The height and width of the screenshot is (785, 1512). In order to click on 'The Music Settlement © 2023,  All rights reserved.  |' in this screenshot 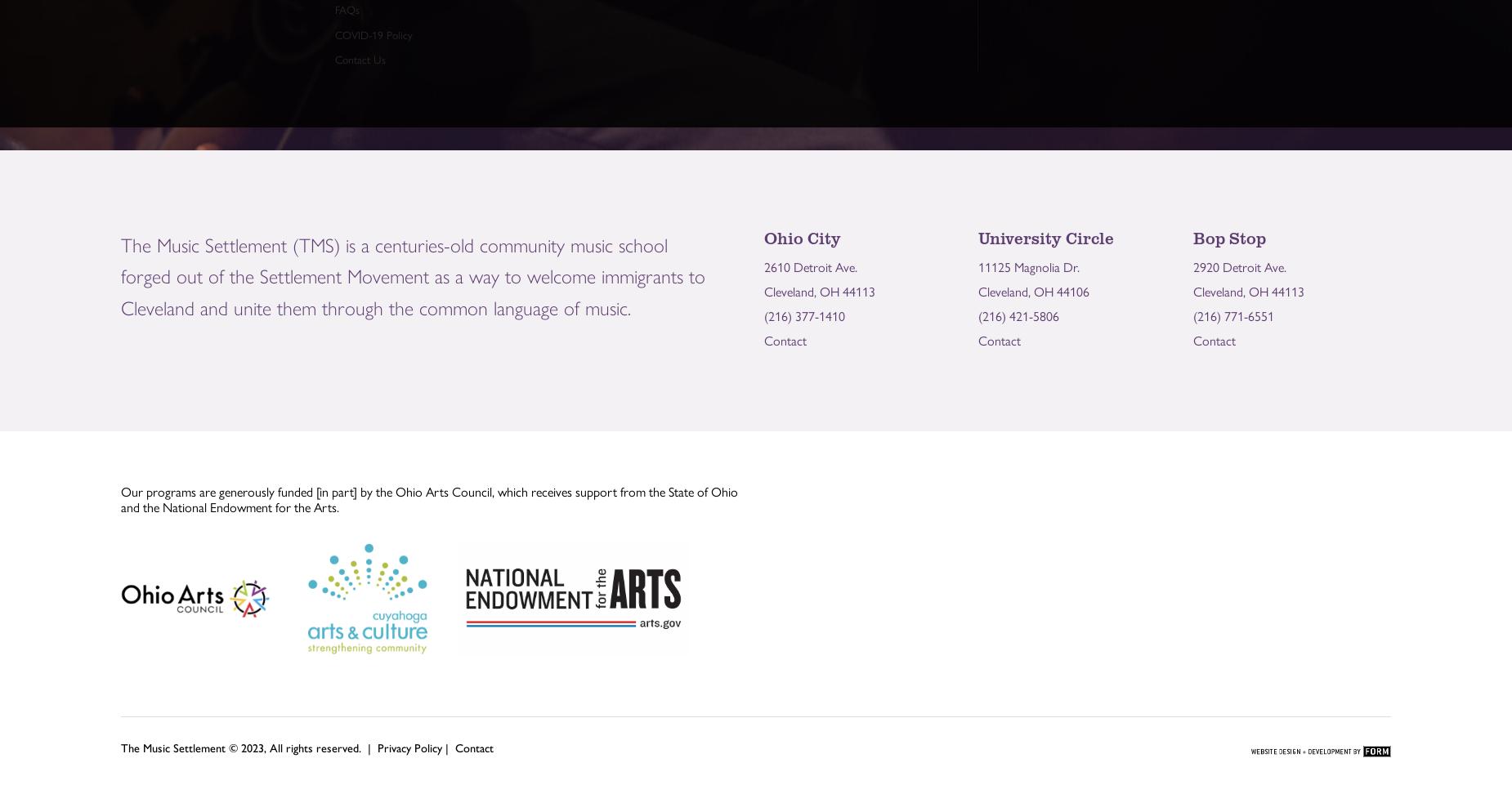, I will do `click(120, 747)`.